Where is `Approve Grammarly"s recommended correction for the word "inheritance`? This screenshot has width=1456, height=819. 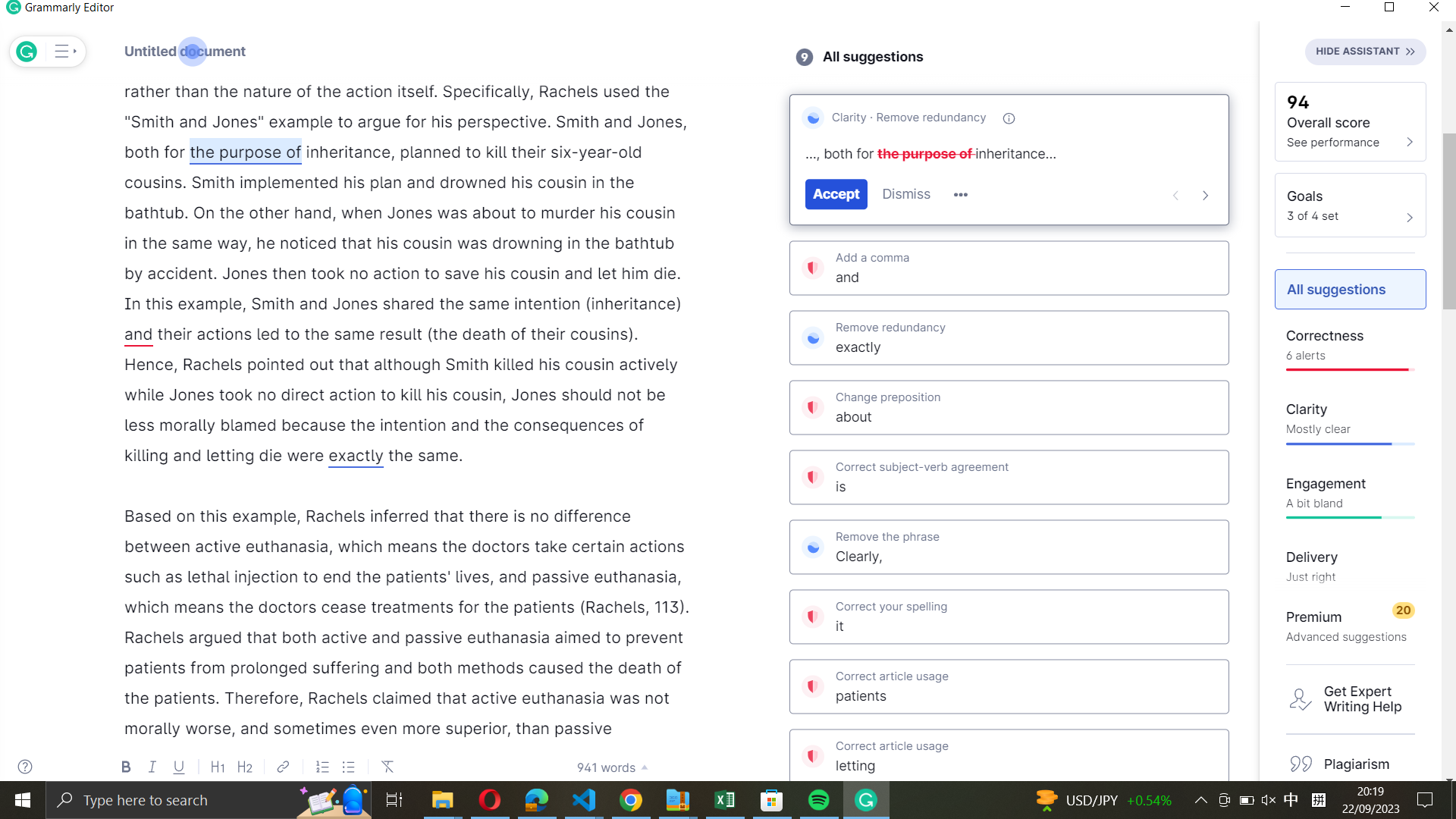 Approve Grammarly"s recommended correction for the word "inheritance is located at coordinates (347, 152).